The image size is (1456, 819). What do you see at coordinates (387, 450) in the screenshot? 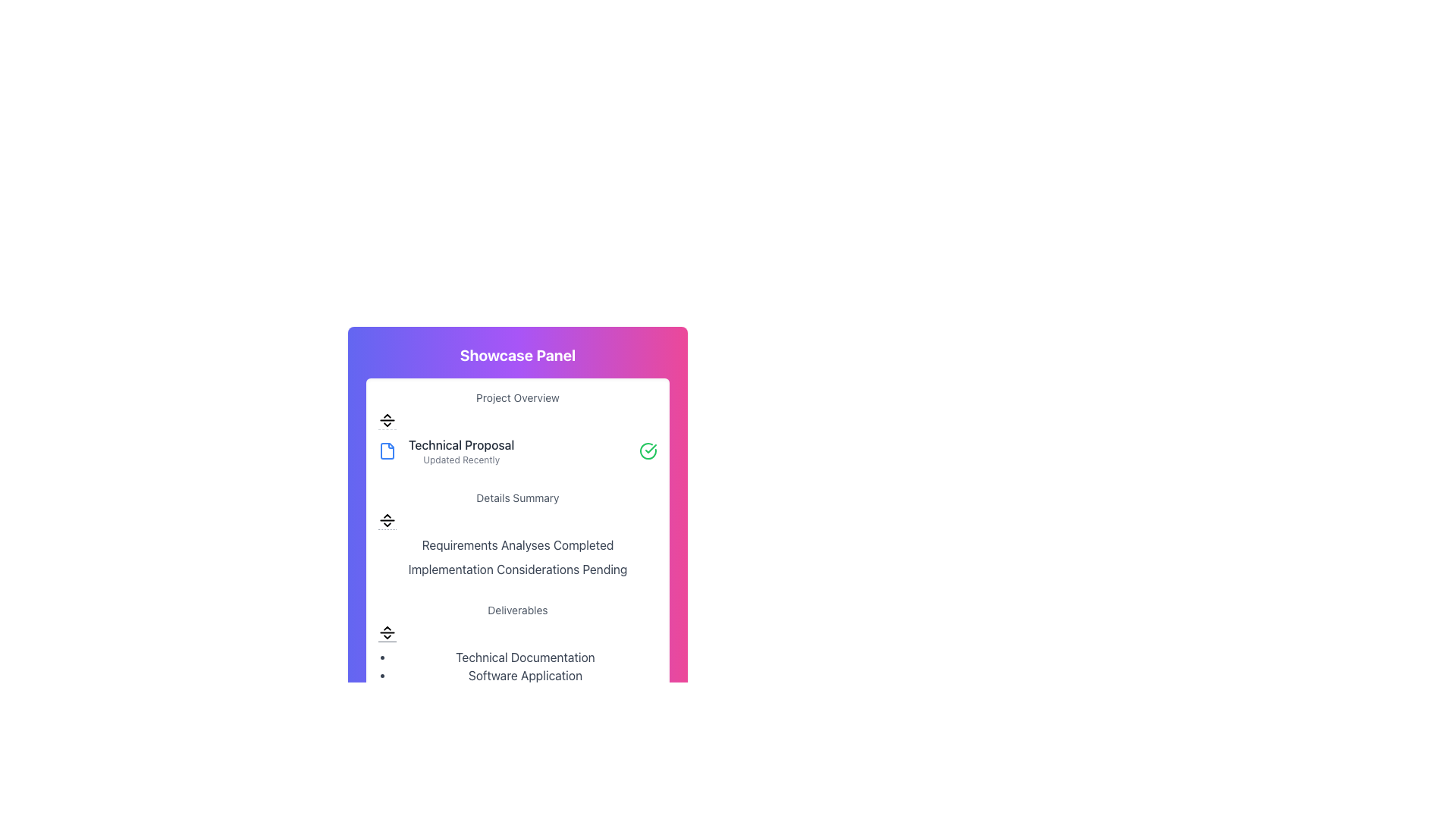
I see `the file icon located at the leftmost position in the row labeled 'Technical Proposal Updated Recently.'` at bounding box center [387, 450].